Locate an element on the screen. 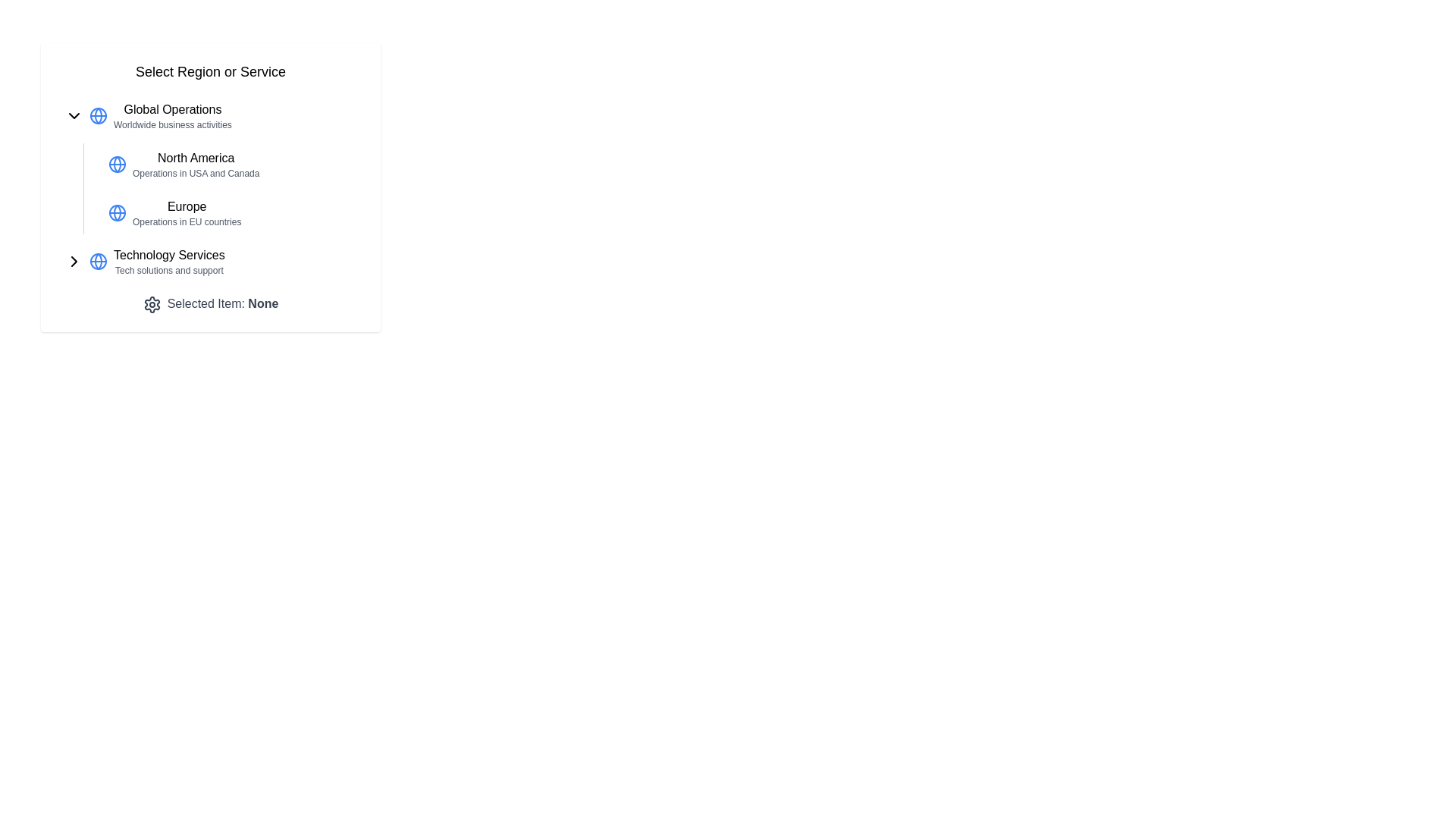 Image resolution: width=1456 pixels, height=819 pixels. the settings icon located to the left of the text 'Selected Item: None' is located at coordinates (152, 304).